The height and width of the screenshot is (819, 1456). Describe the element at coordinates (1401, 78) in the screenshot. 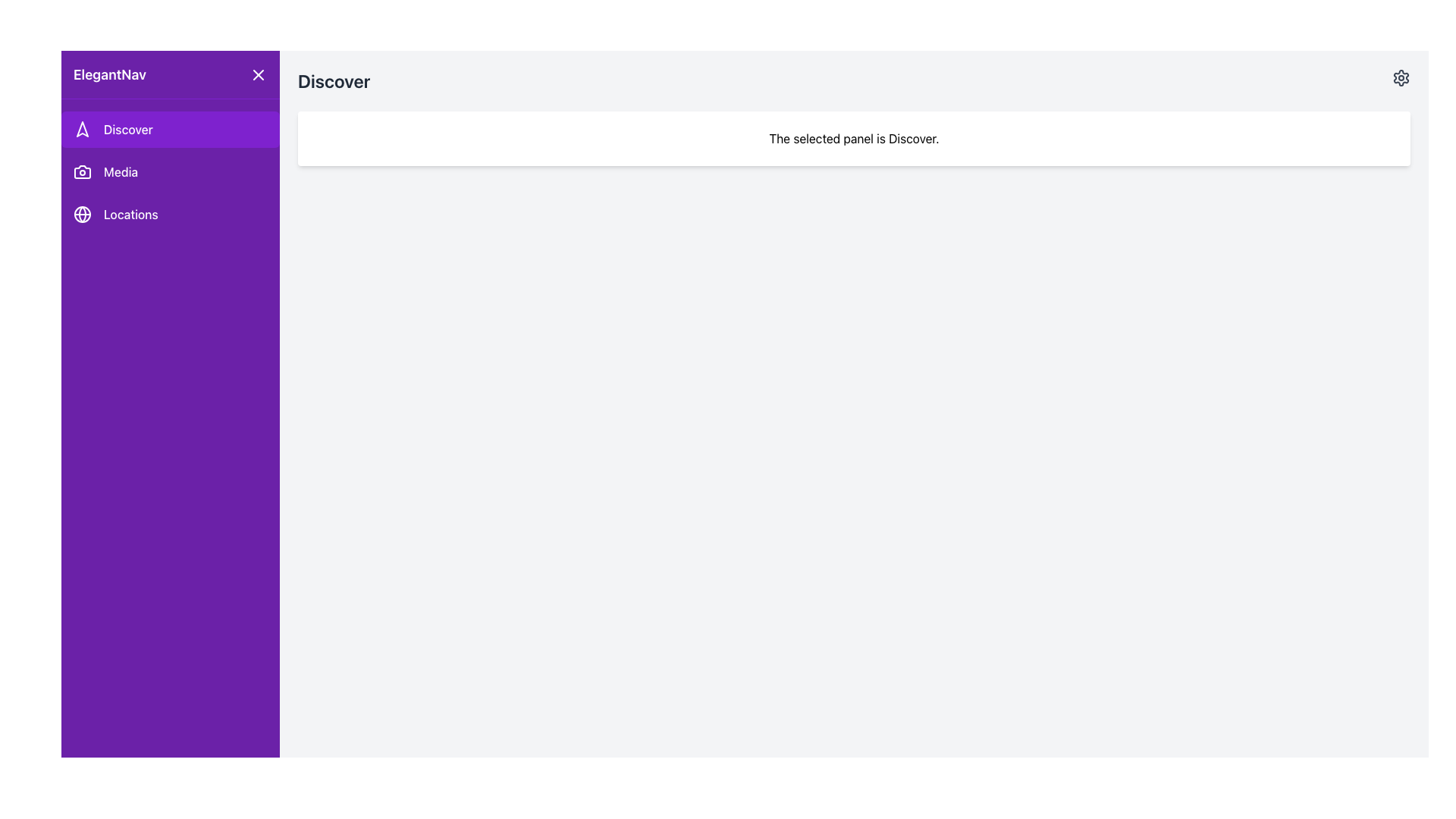

I see `the gear icon in the top-right corner of the main content area` at that location.